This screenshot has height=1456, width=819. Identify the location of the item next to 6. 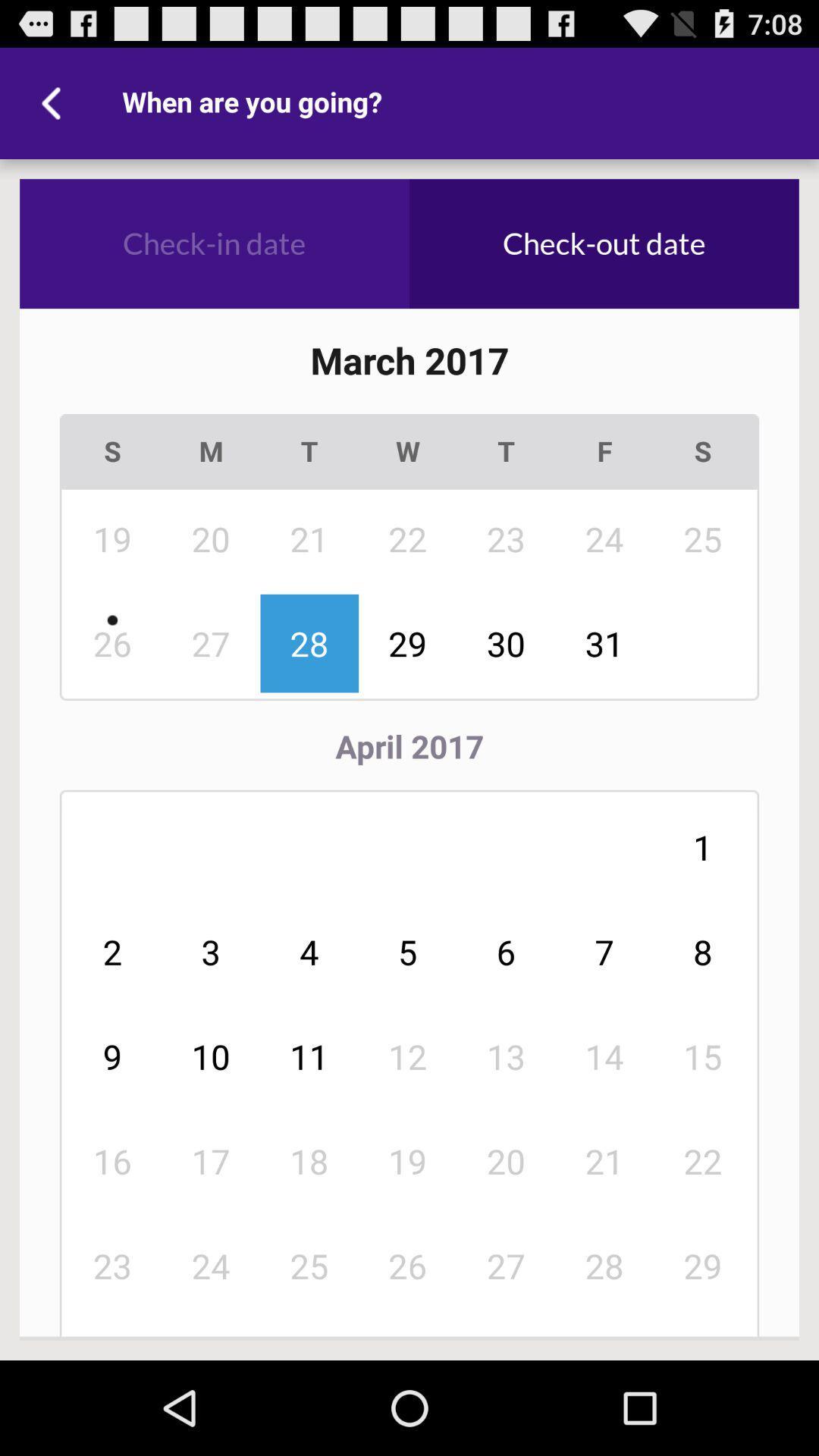
(407, 1056).